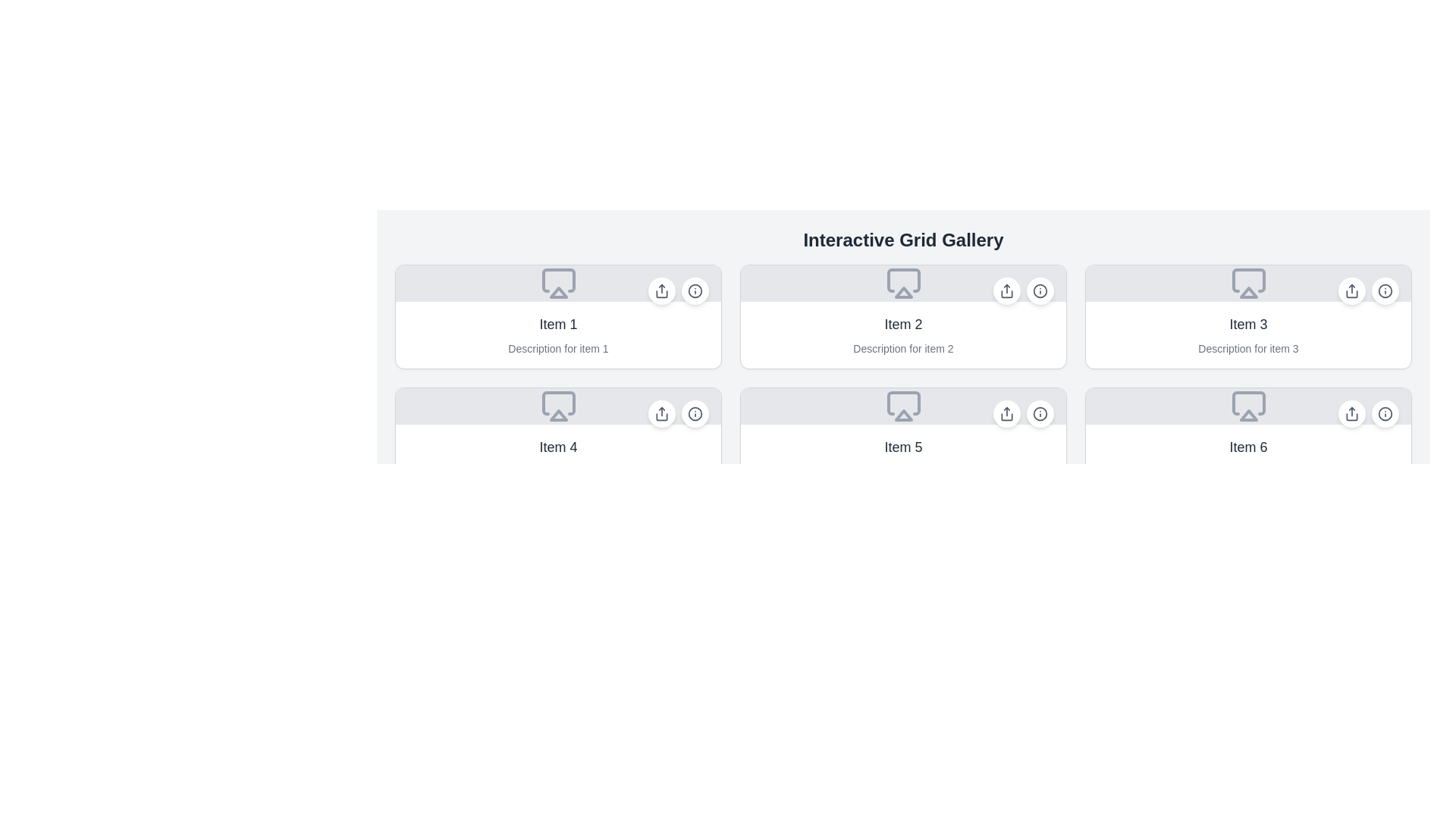 This screenshot has width=1456, height=819. Describe the element at coordinates (1248, 284) in the screenshot. I see `the graphical icon located at the center-top of the 'Item 3' card in the 'Interactive Grid Gallery'` at that location.